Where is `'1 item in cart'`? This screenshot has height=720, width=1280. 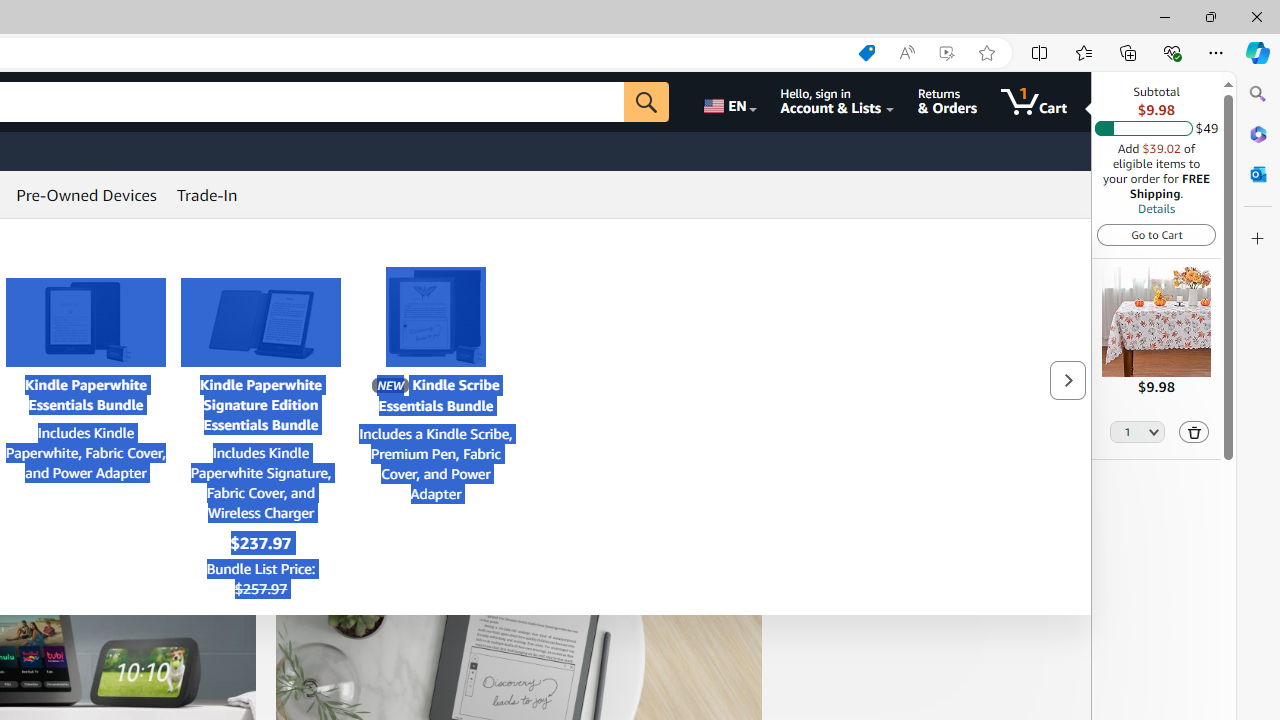
'1 item in cart' is located at coordinates (1034, 101).